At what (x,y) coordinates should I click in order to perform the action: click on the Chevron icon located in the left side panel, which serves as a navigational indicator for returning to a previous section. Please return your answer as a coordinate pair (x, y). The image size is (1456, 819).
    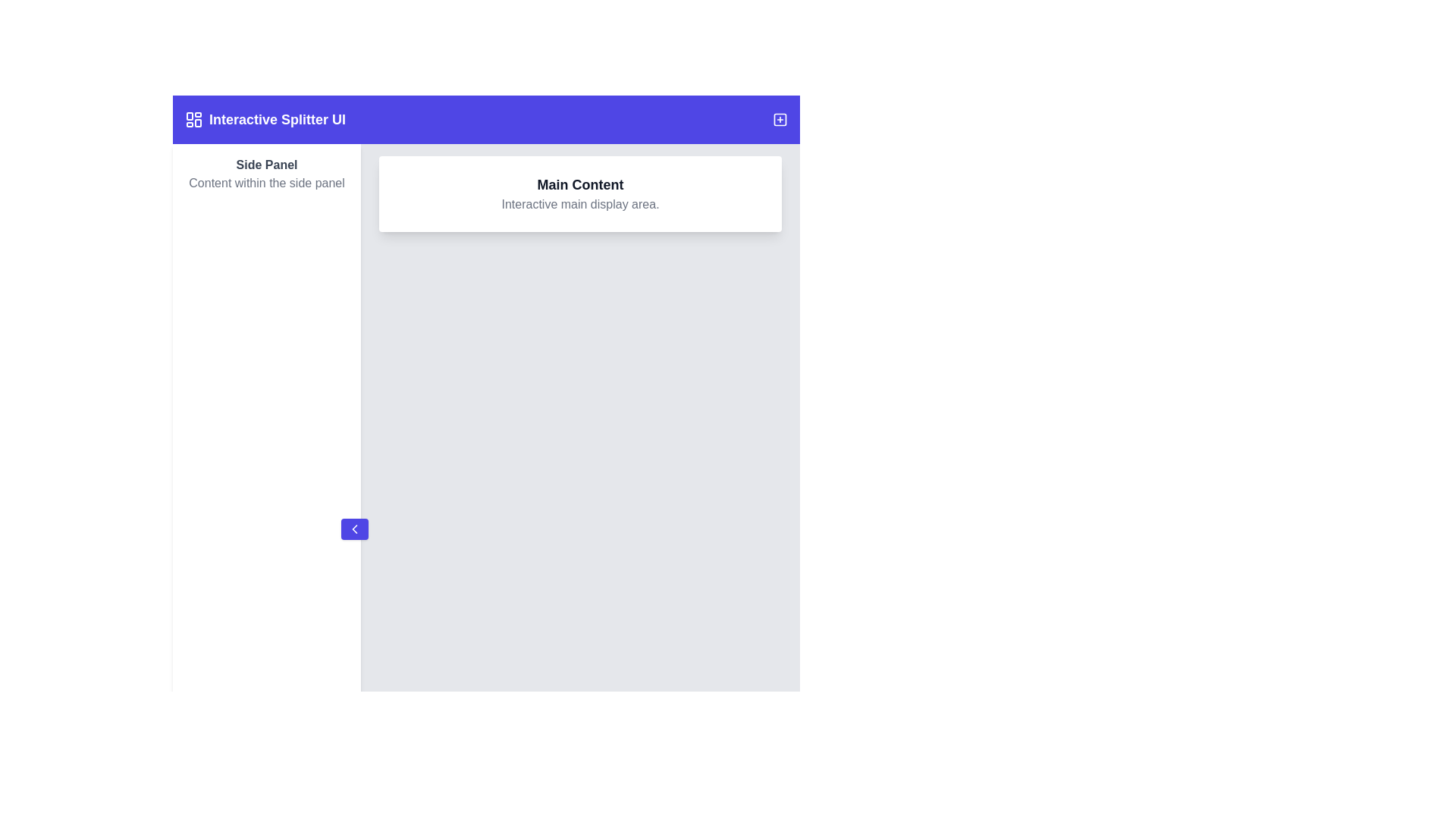
    Looking at the image, I should click on (354, 529).